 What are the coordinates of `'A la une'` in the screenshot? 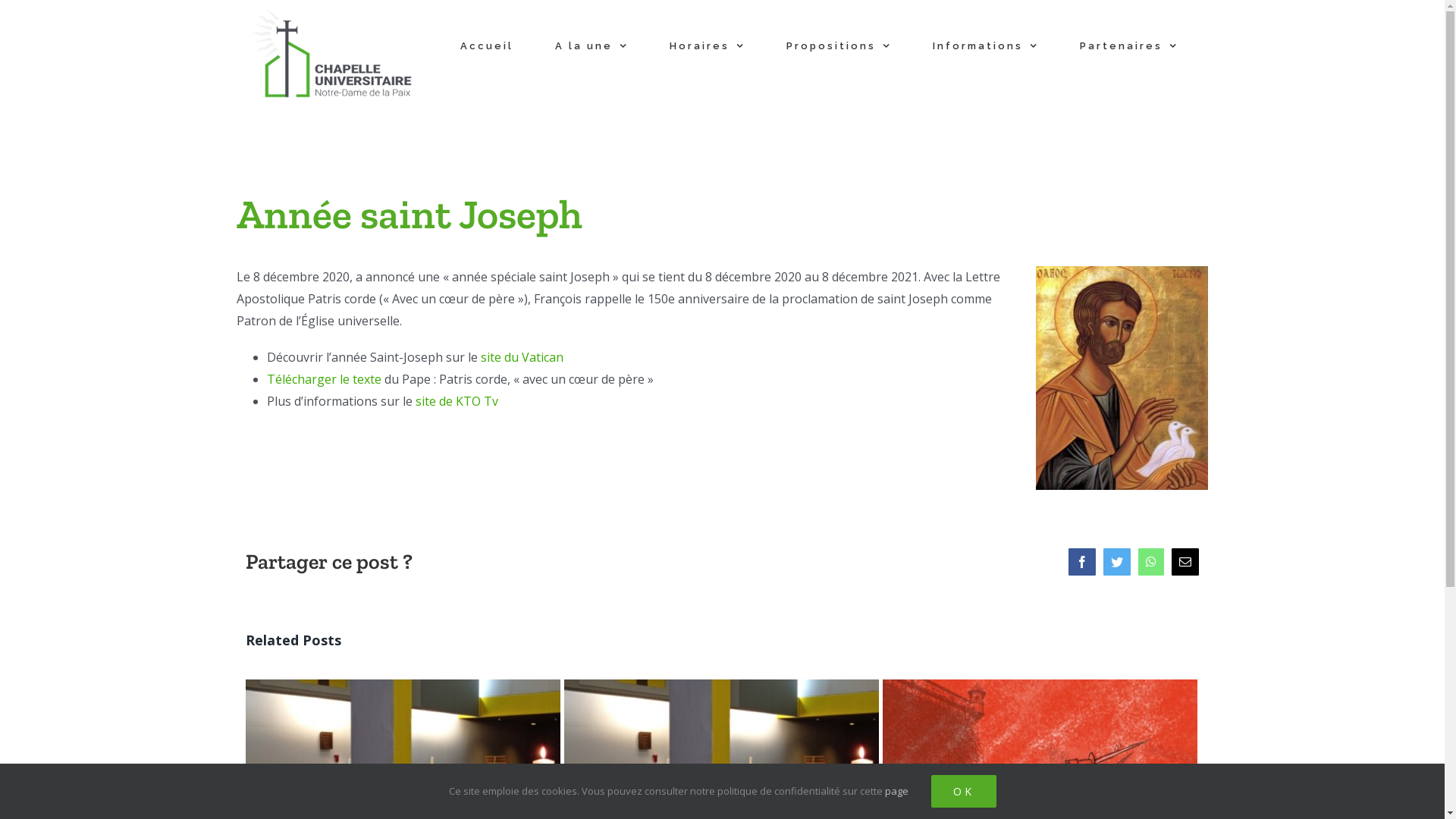 It's located at (589, 45).